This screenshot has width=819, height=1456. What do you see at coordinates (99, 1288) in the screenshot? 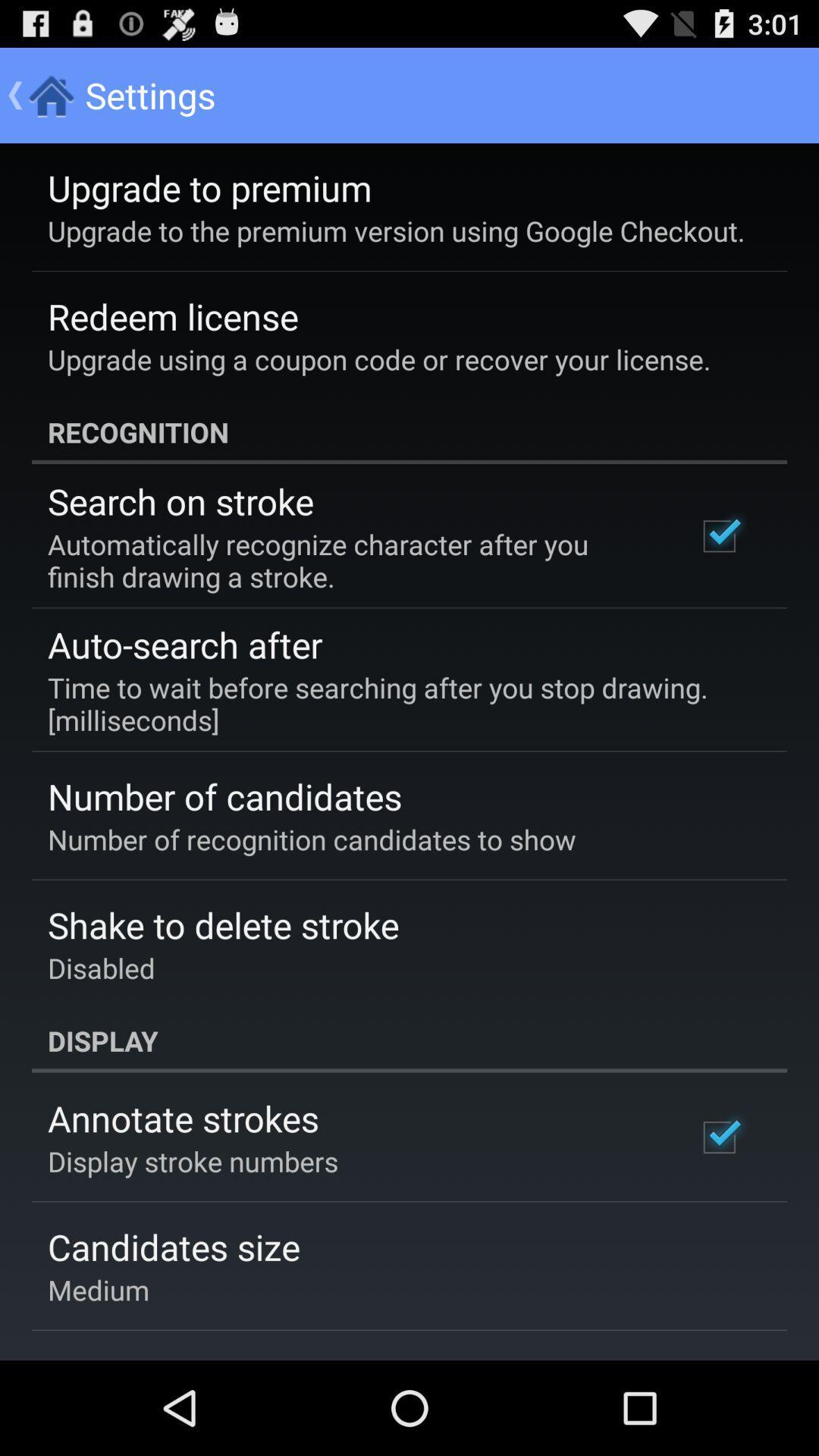
I see `the item below the candidates size` at bounding box center [99, 1288].